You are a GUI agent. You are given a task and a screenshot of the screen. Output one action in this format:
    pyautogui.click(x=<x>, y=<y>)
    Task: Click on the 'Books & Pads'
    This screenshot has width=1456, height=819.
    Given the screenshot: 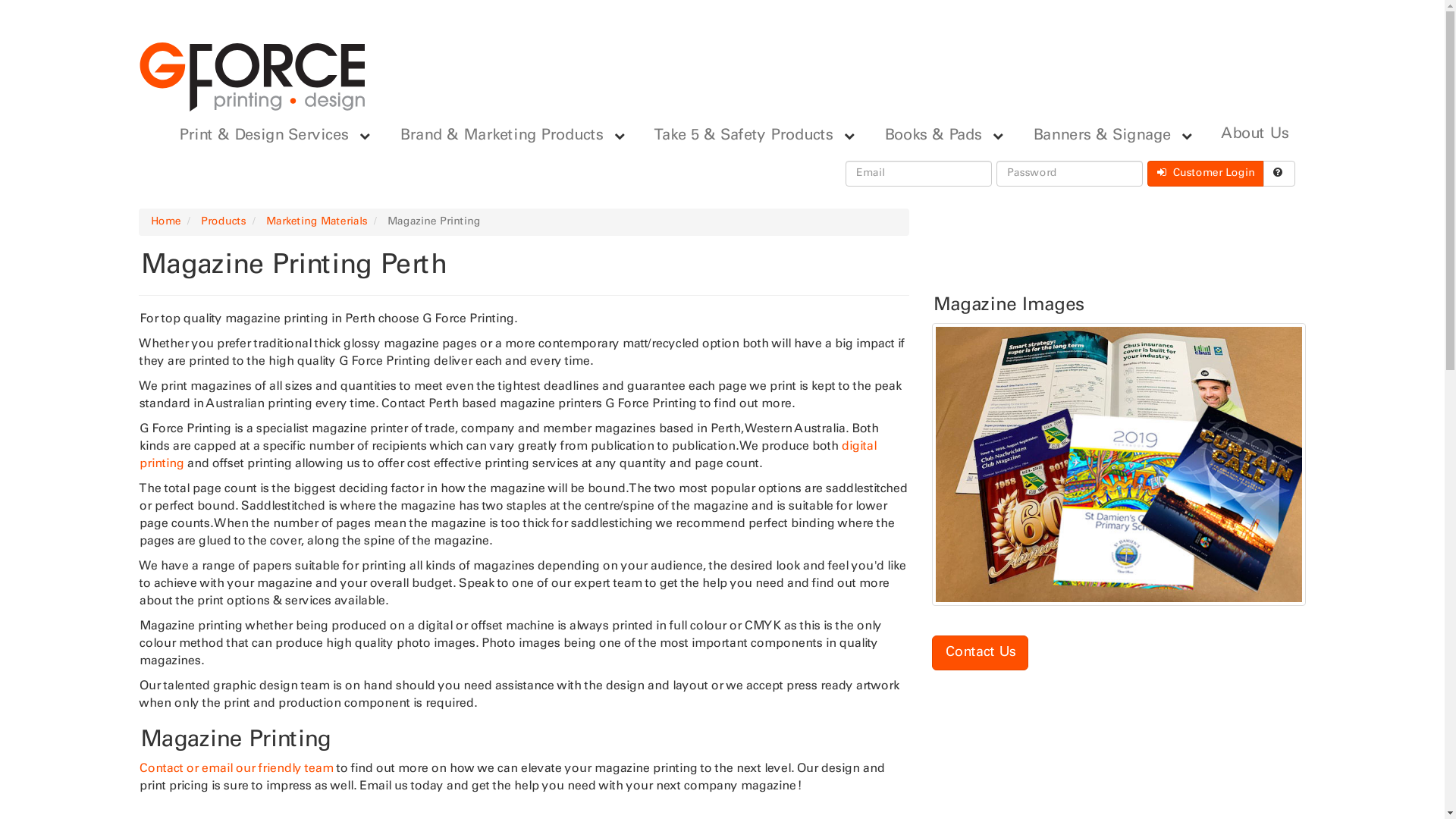 What is the action you would take?
    pyautogui.click(x=877, y=134)
    